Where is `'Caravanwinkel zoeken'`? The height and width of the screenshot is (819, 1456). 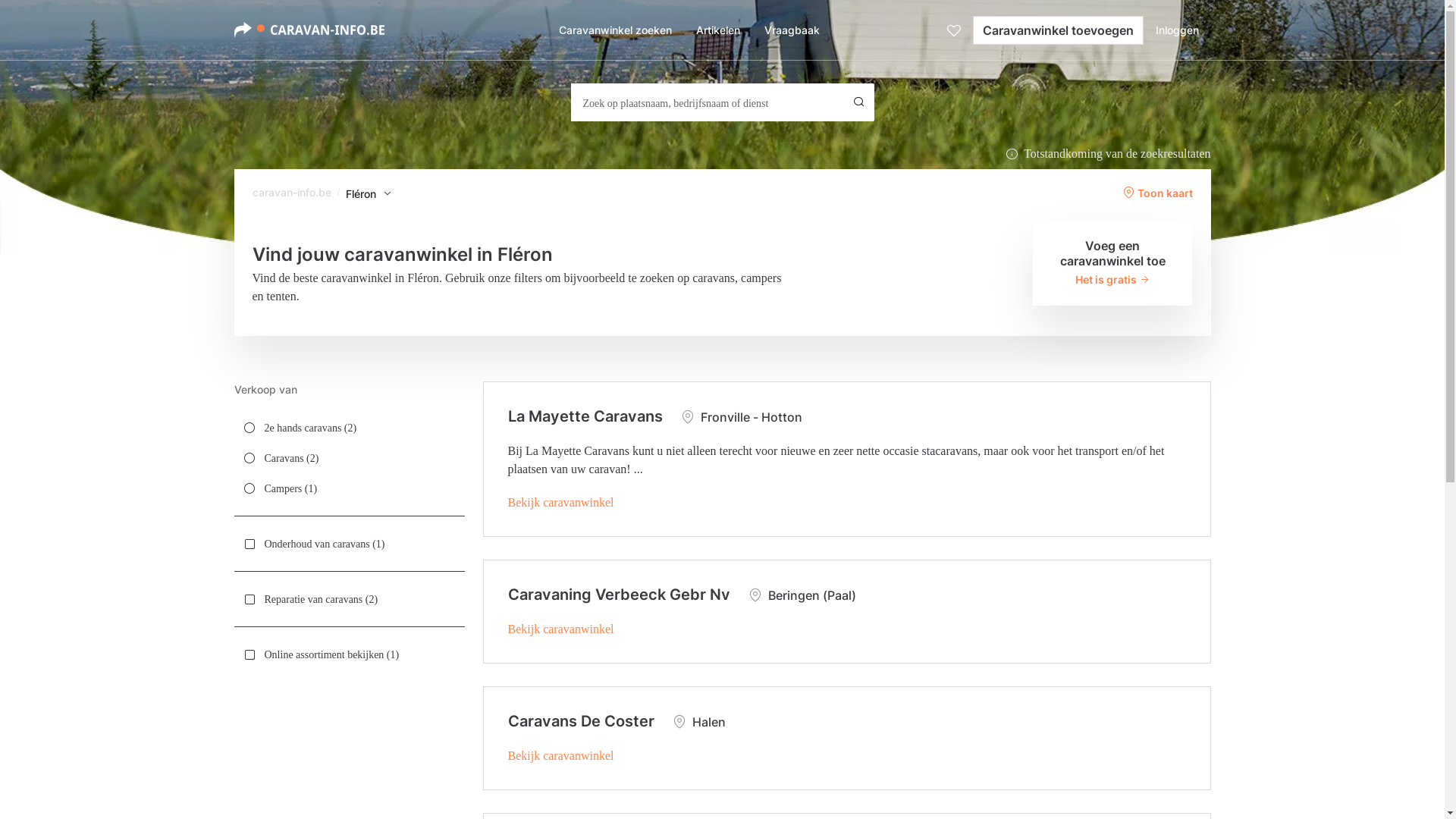 'Caravanwinkel zoeken' is located at coordinates (614, 30).